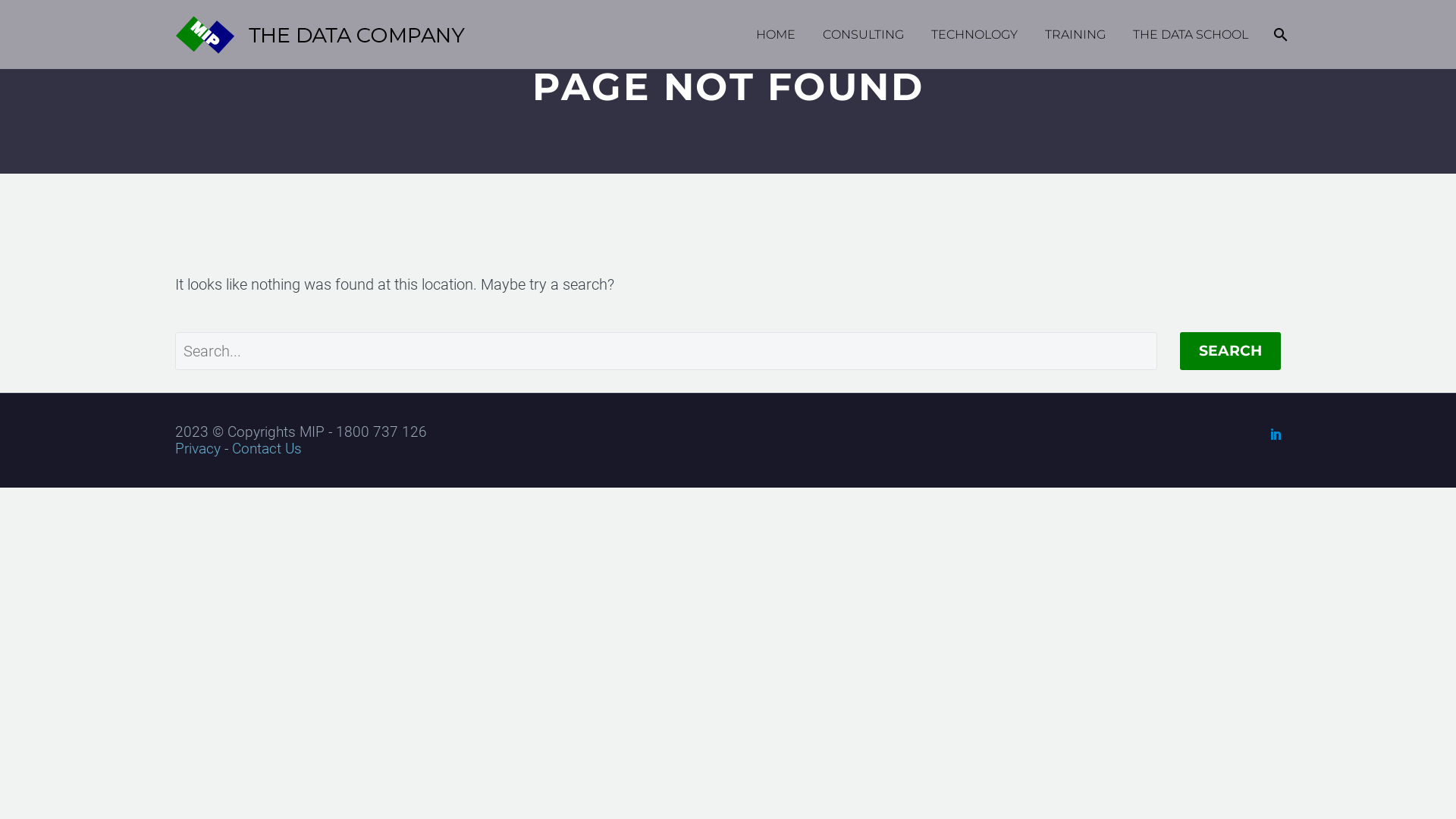 The image size is (1456, 819). Describe the element at coordinates (1276, 433) in the screenshot. I see `'LinkedIn'` at that location.